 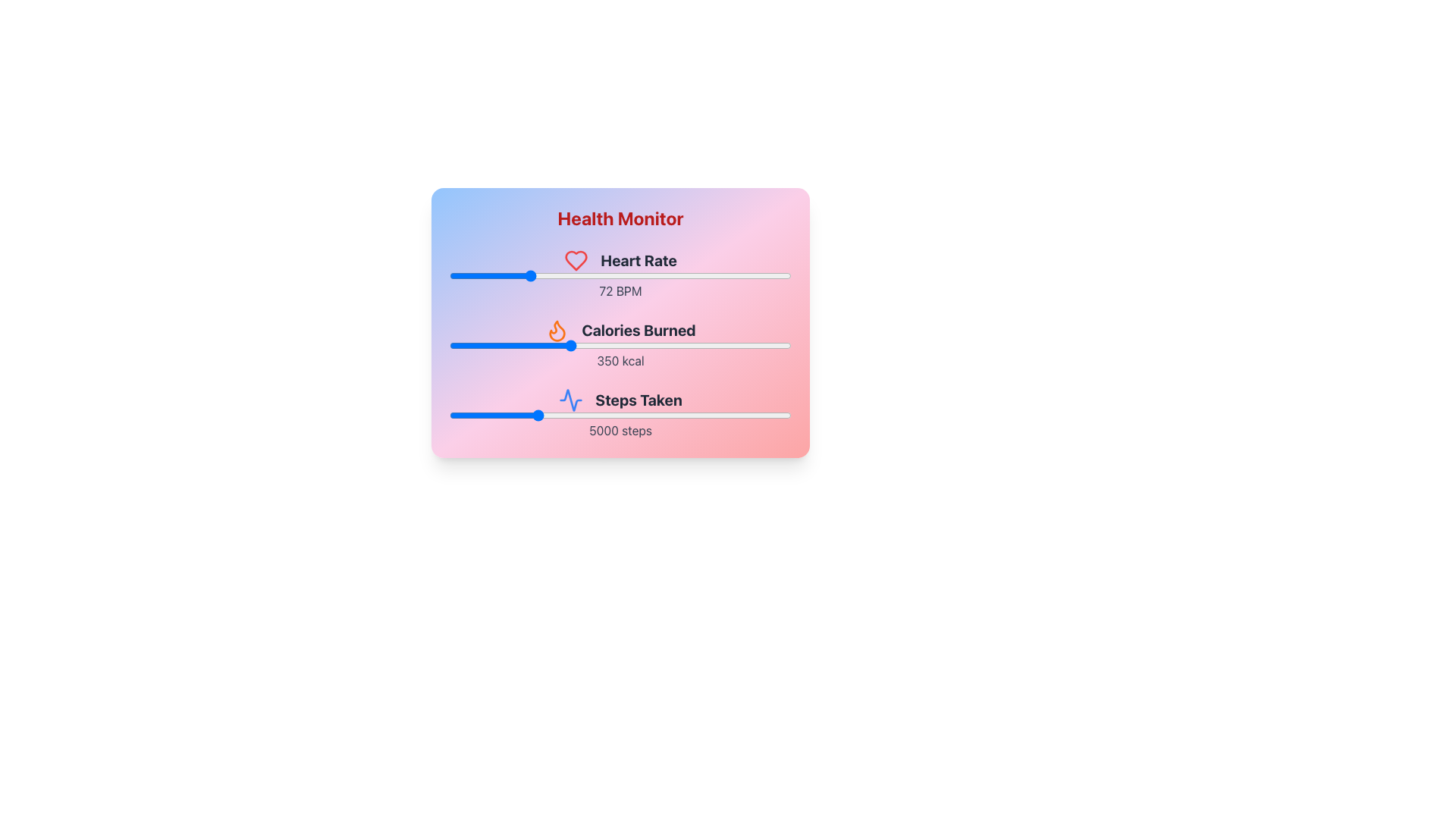 What do you see at coordinates (576, 259) in the screenshot?
I see `the heart rate icon located in the first row of the health monitor card interface, which is positioned directly left of the 'Heart Rate' label for aesthetic review` at bounding box center [576, 259].